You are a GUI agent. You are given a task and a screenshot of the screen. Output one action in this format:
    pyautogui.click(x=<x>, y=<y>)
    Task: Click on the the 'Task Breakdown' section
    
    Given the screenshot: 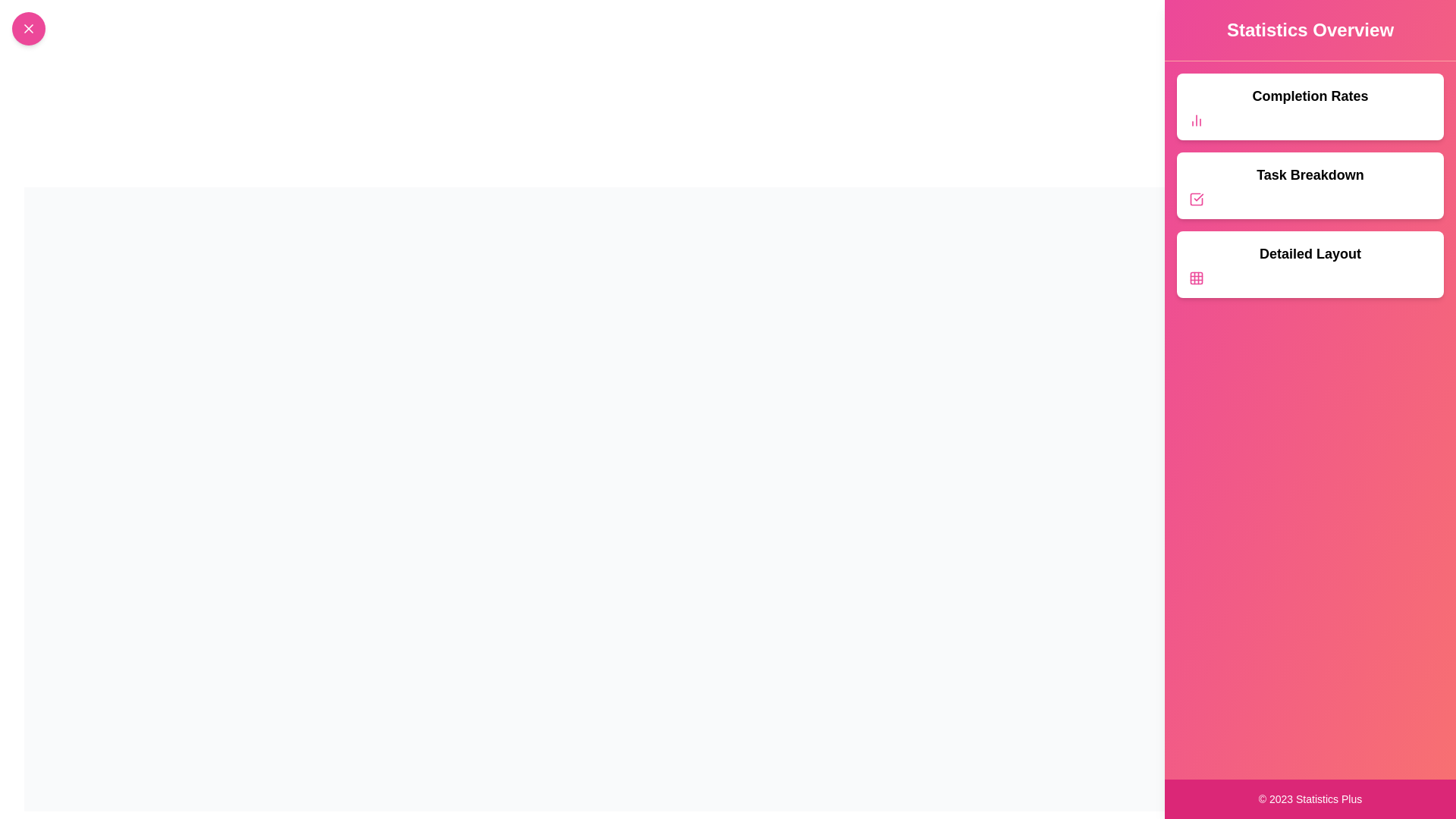 What is the action you would take?
    pyautogui.click(x=1310, y=185)
    